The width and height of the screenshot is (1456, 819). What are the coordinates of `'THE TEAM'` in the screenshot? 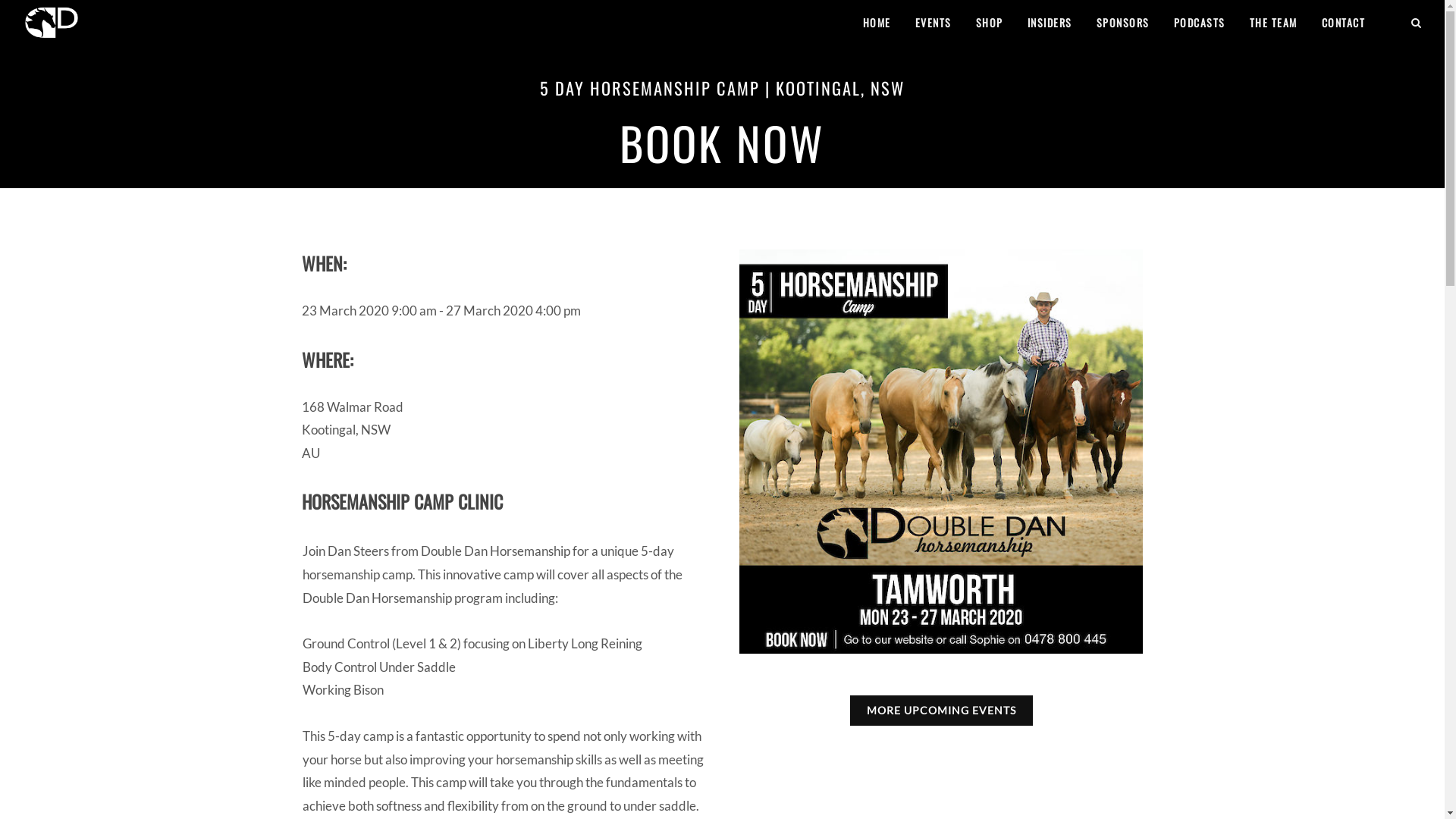 It's located at (1272, 23).